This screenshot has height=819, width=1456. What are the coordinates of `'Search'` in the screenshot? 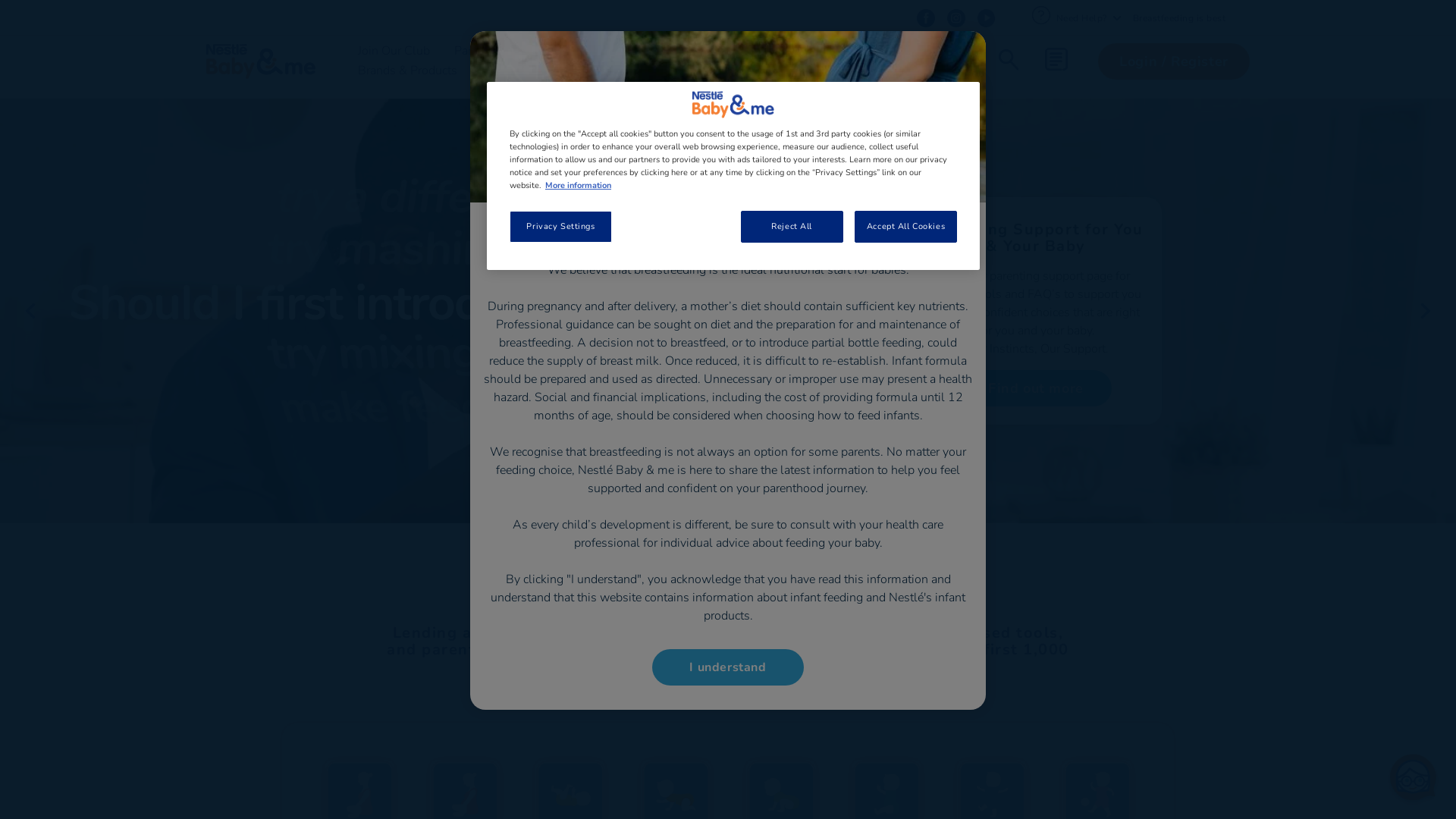 It's located at (1008, 61).